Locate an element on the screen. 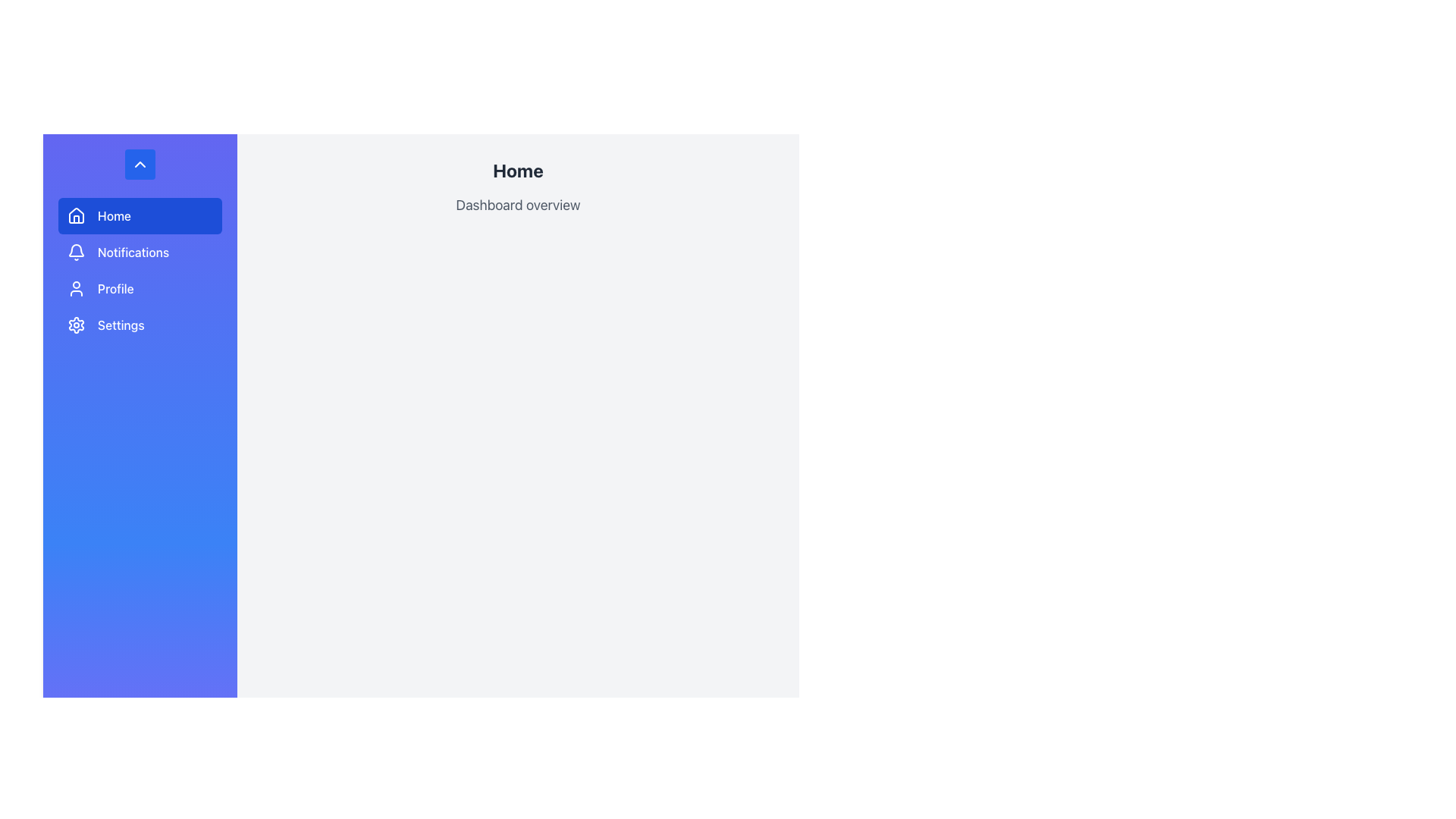  the 'Notifications' menu entry in the left navigation bar, which features a bell icon and is positioned second from the top is located at coordinates (140, 251).